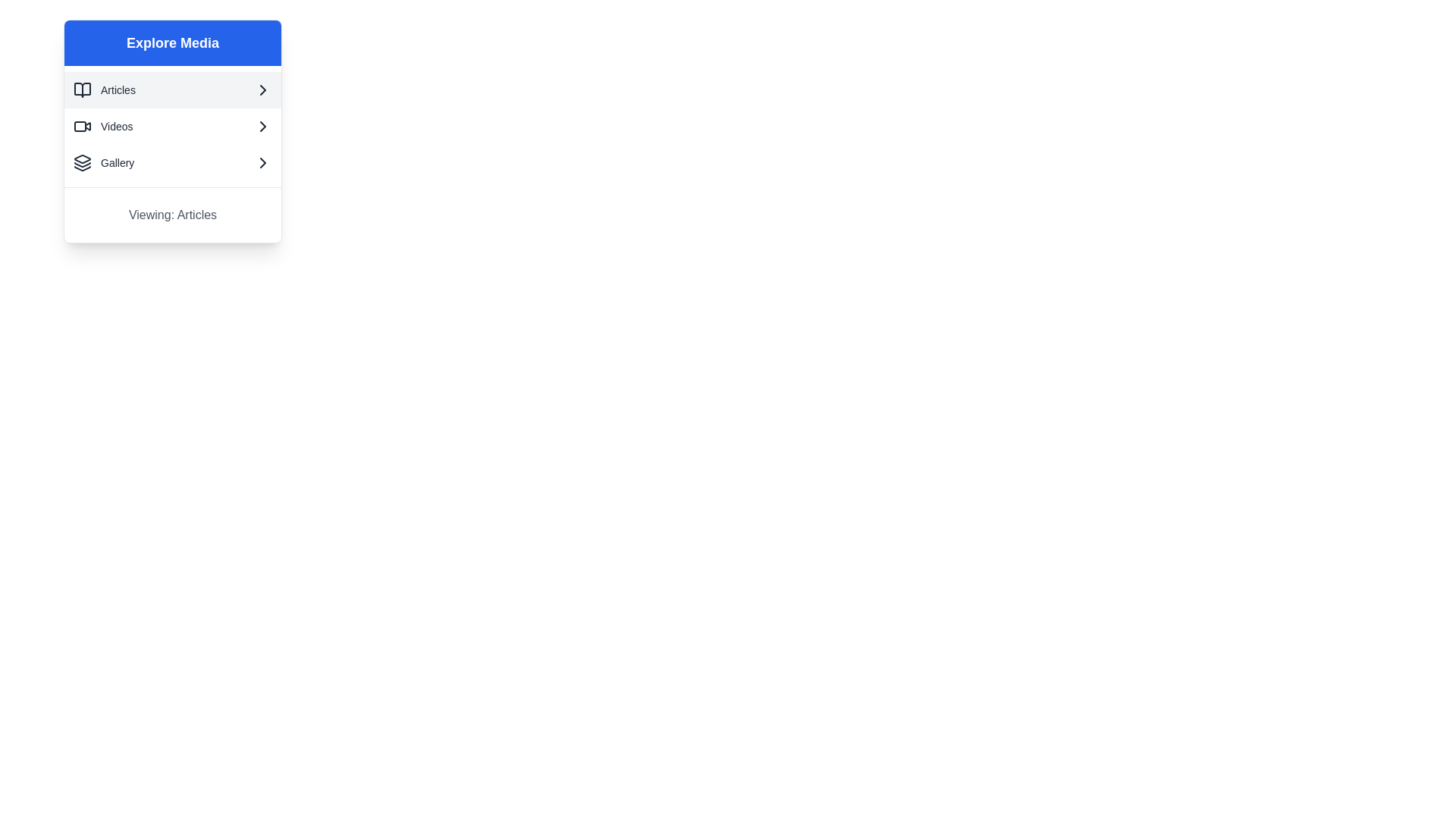 This screenshot has height=819, width=1456. Describe the element at coordinates (82, 163) in the screenshot. I see `the 'Gallery' menu item icon, which is the leftmost component of the vertically arranged list in the sidebar interface` at that location.